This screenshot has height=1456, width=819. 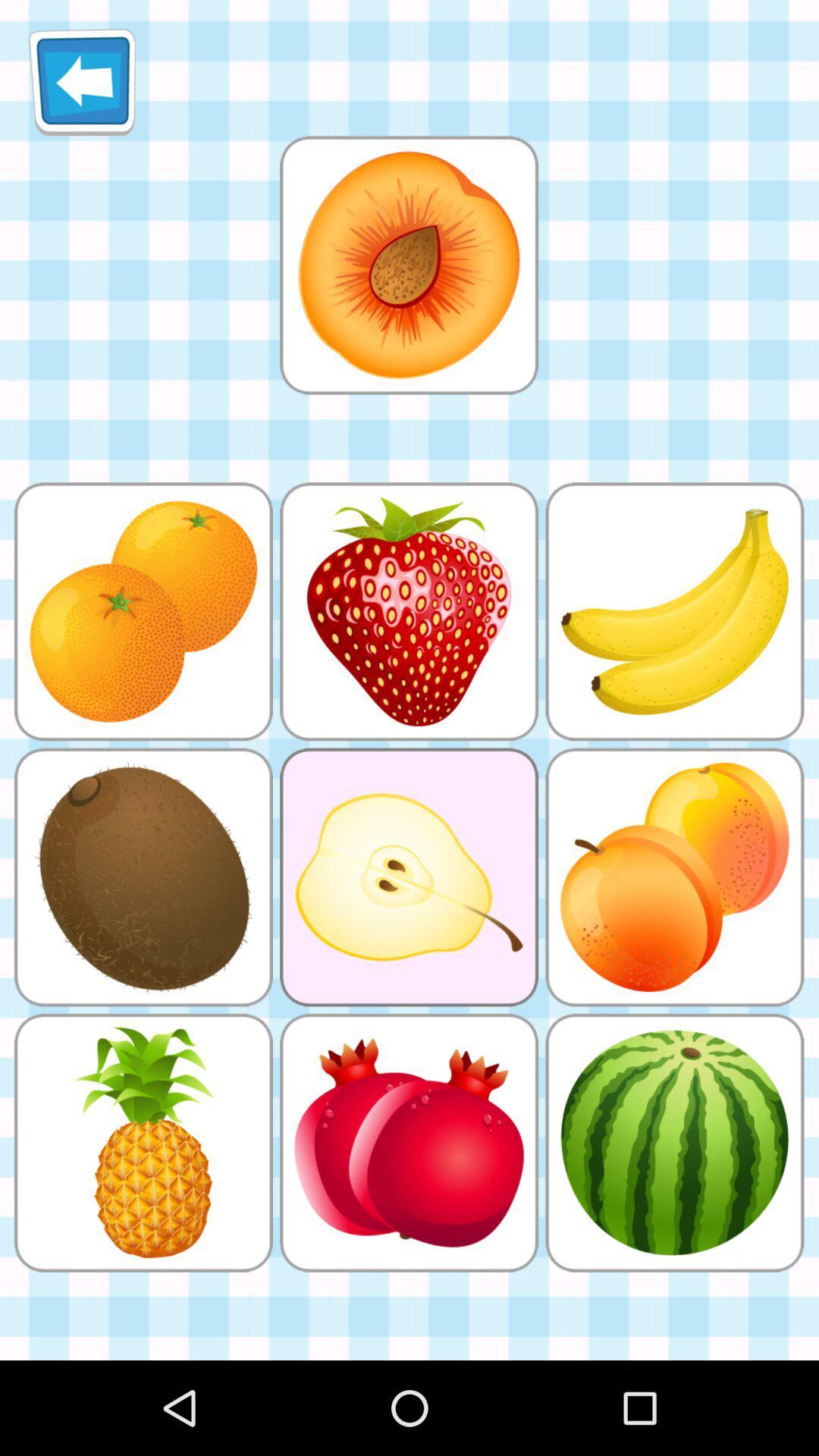 I want to click on fruit, so click(x=408, y=265).